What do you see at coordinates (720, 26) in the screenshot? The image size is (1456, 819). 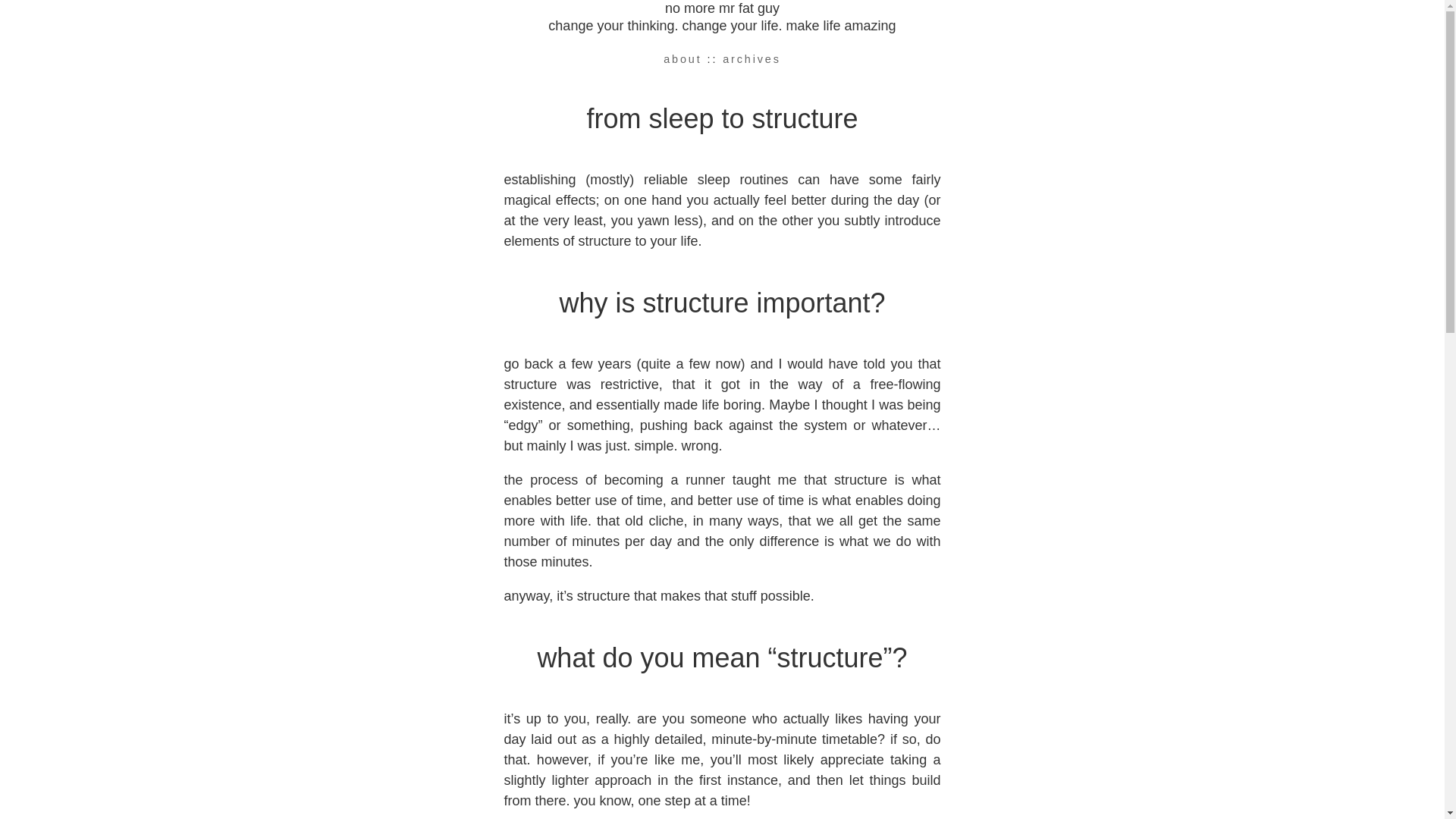 I see `'change your thinking. change your life. make life amazing'` at bounding box center [720, 26].